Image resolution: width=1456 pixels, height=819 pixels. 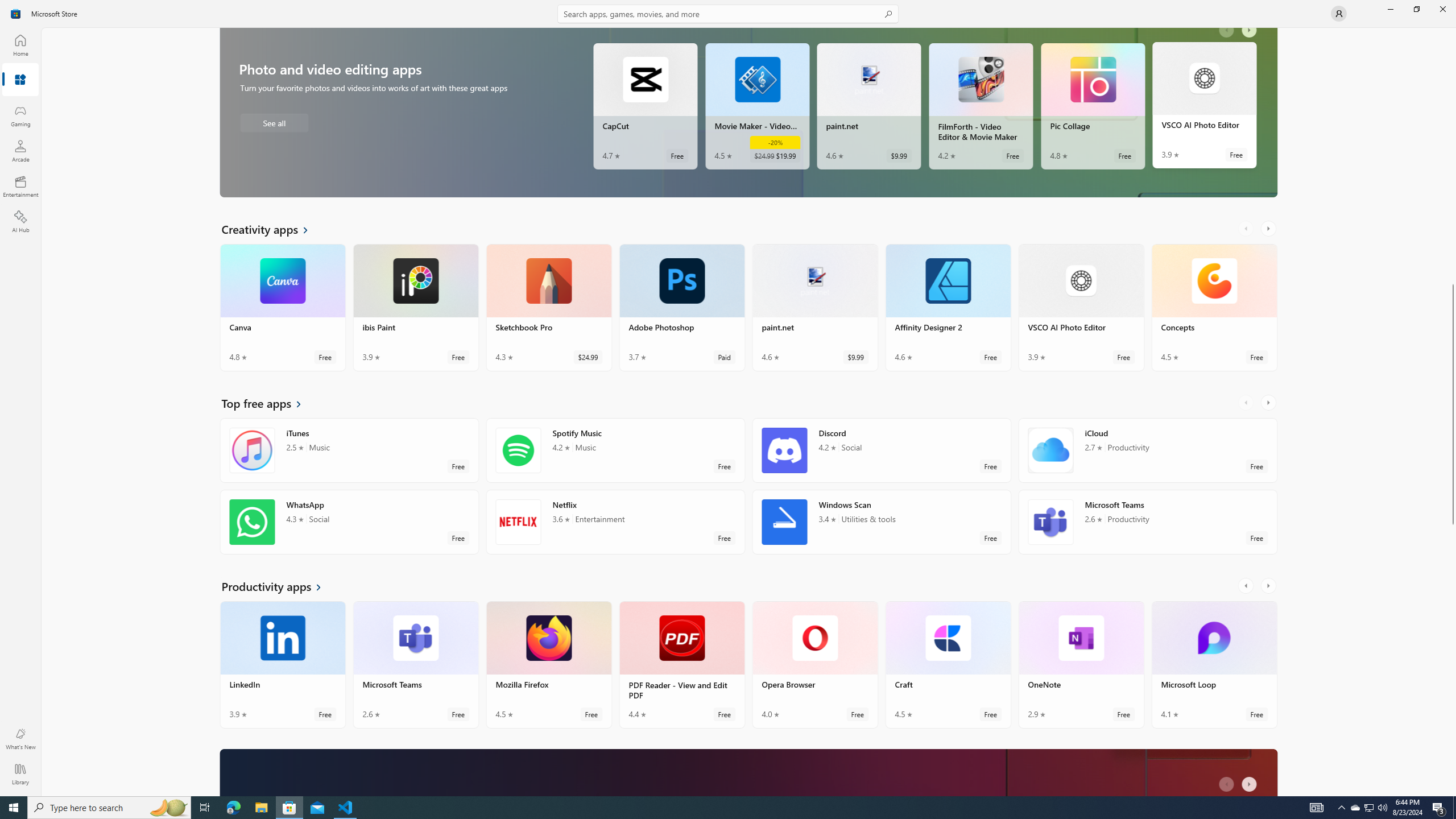 I want to click on 'See all  Top free apps', so click(x=268, y=407).